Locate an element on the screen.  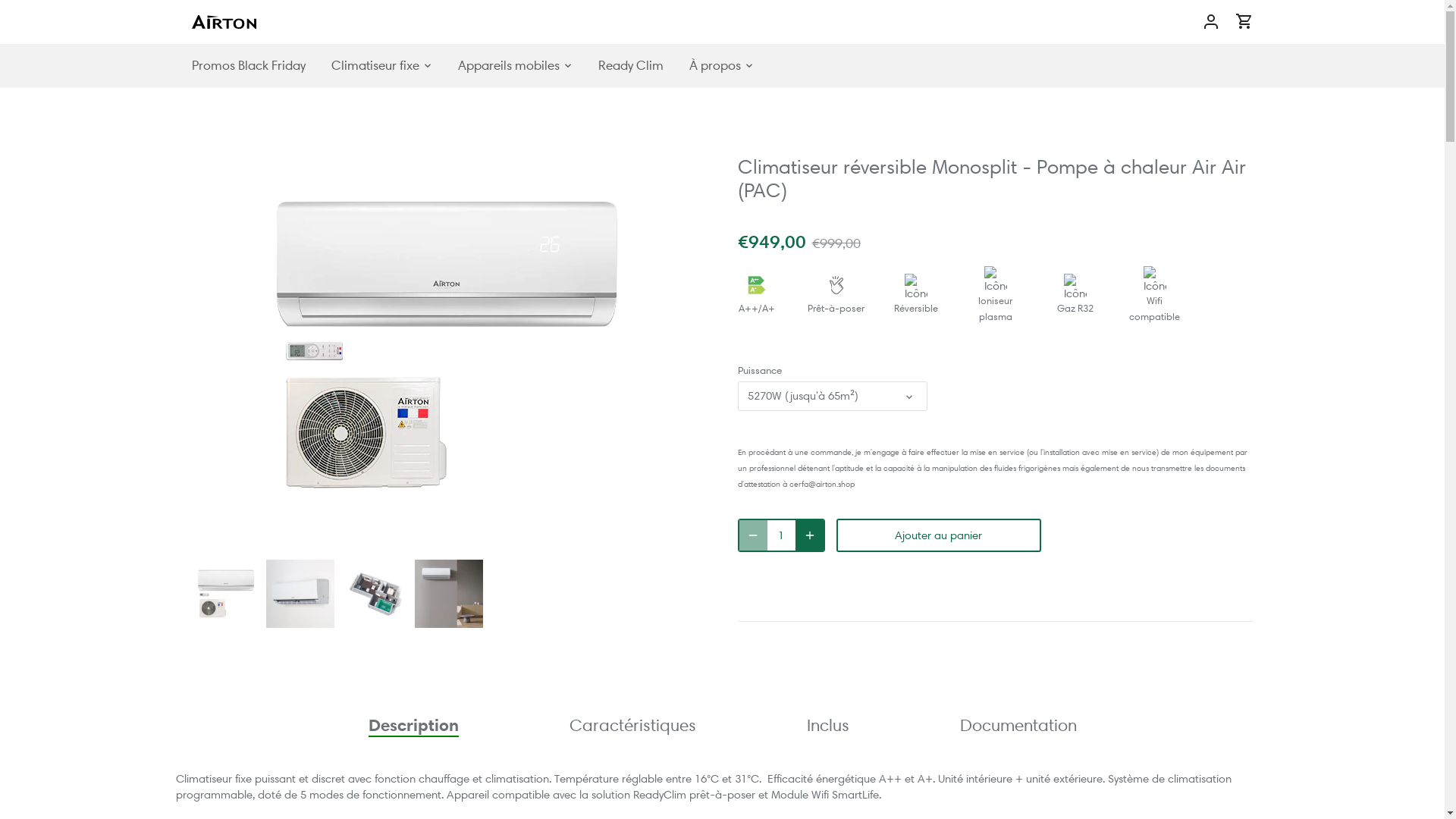
'Description' is located at coordinates (413, 724).